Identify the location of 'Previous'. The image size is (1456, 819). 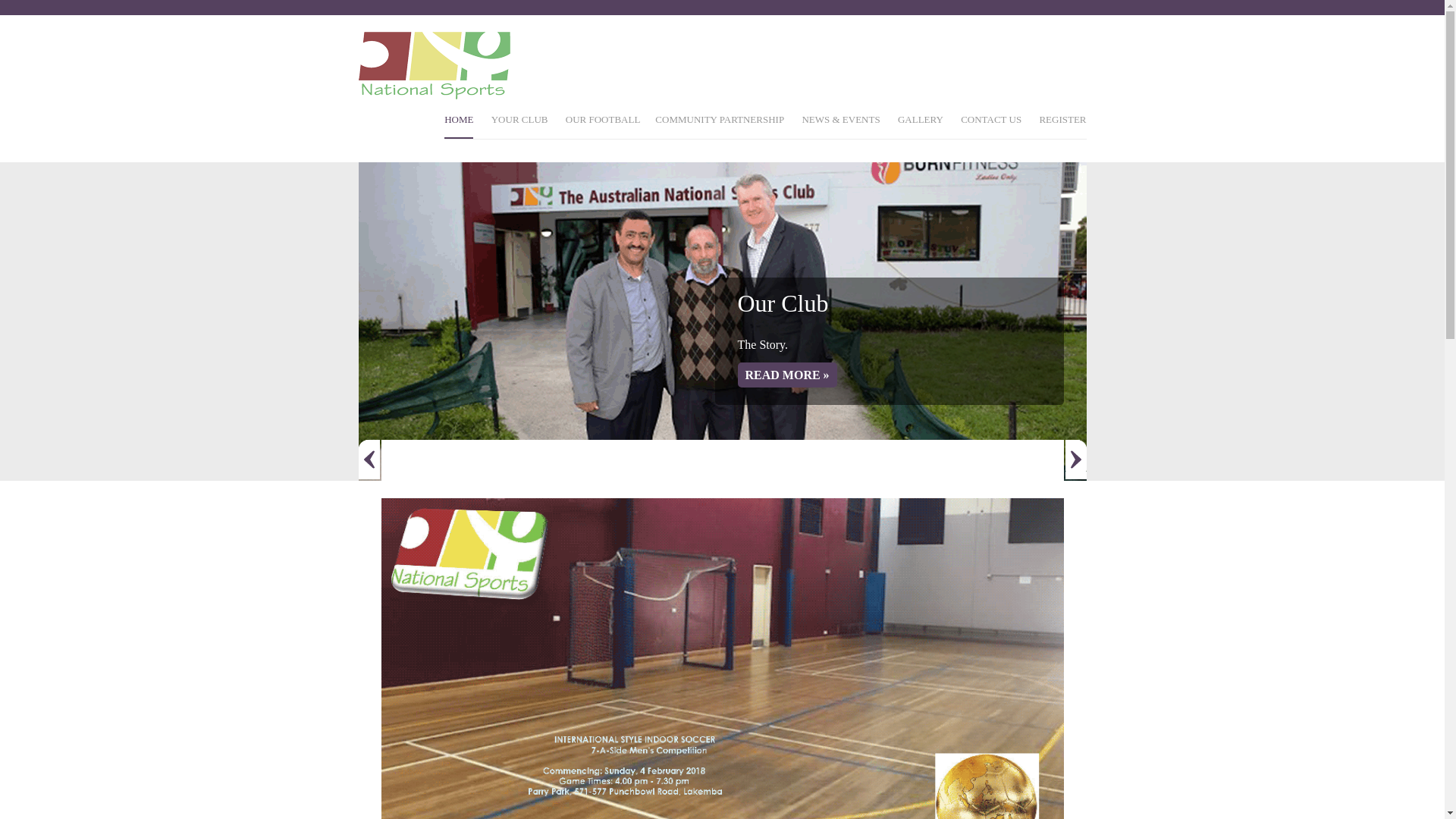
(368, 458).